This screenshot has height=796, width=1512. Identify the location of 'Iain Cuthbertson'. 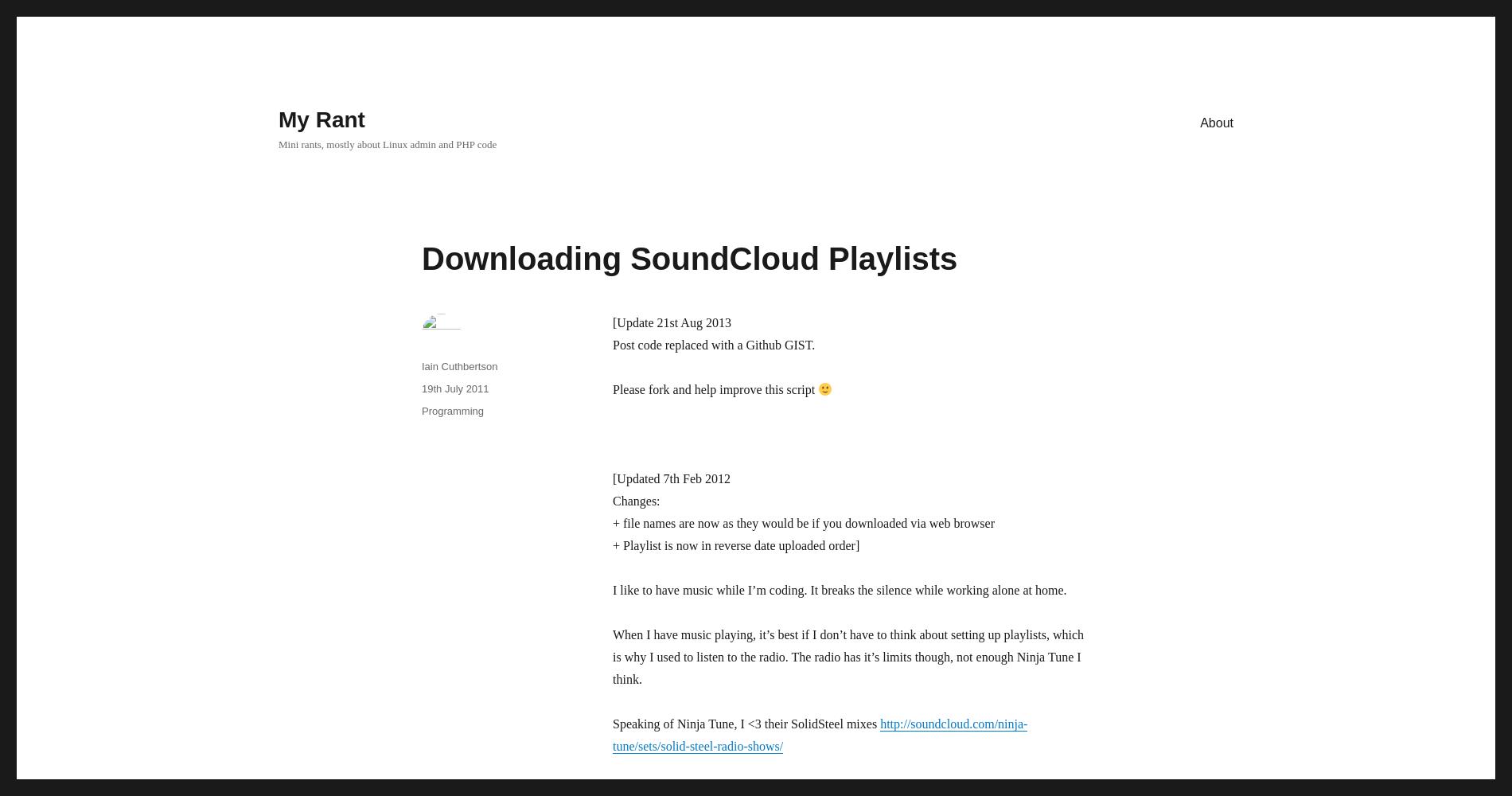
(459, 365).